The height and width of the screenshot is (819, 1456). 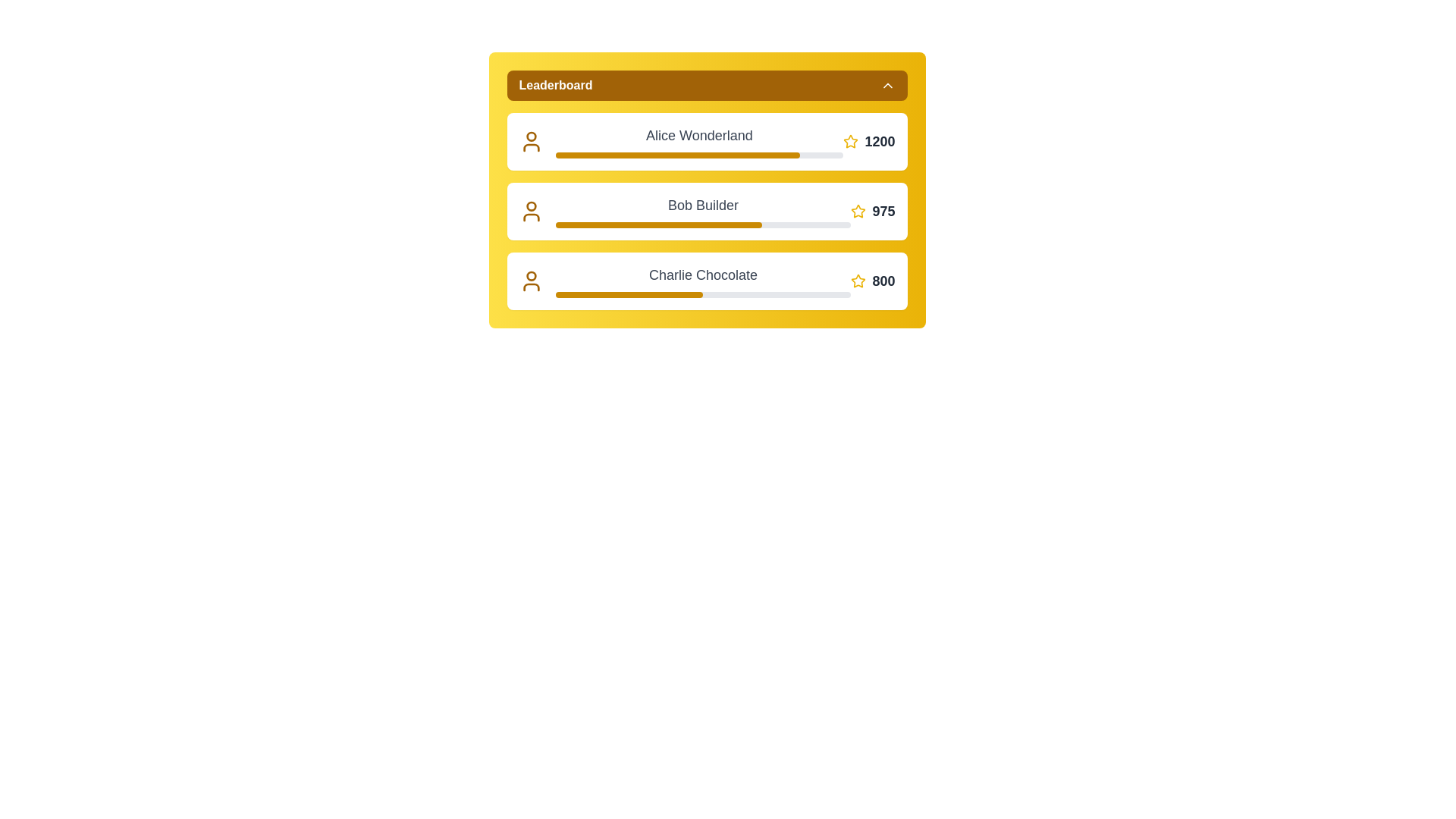 I want to click on the first Leaderboard Card Item located at the top of the leaderboard list, so click(x=706, y=141).